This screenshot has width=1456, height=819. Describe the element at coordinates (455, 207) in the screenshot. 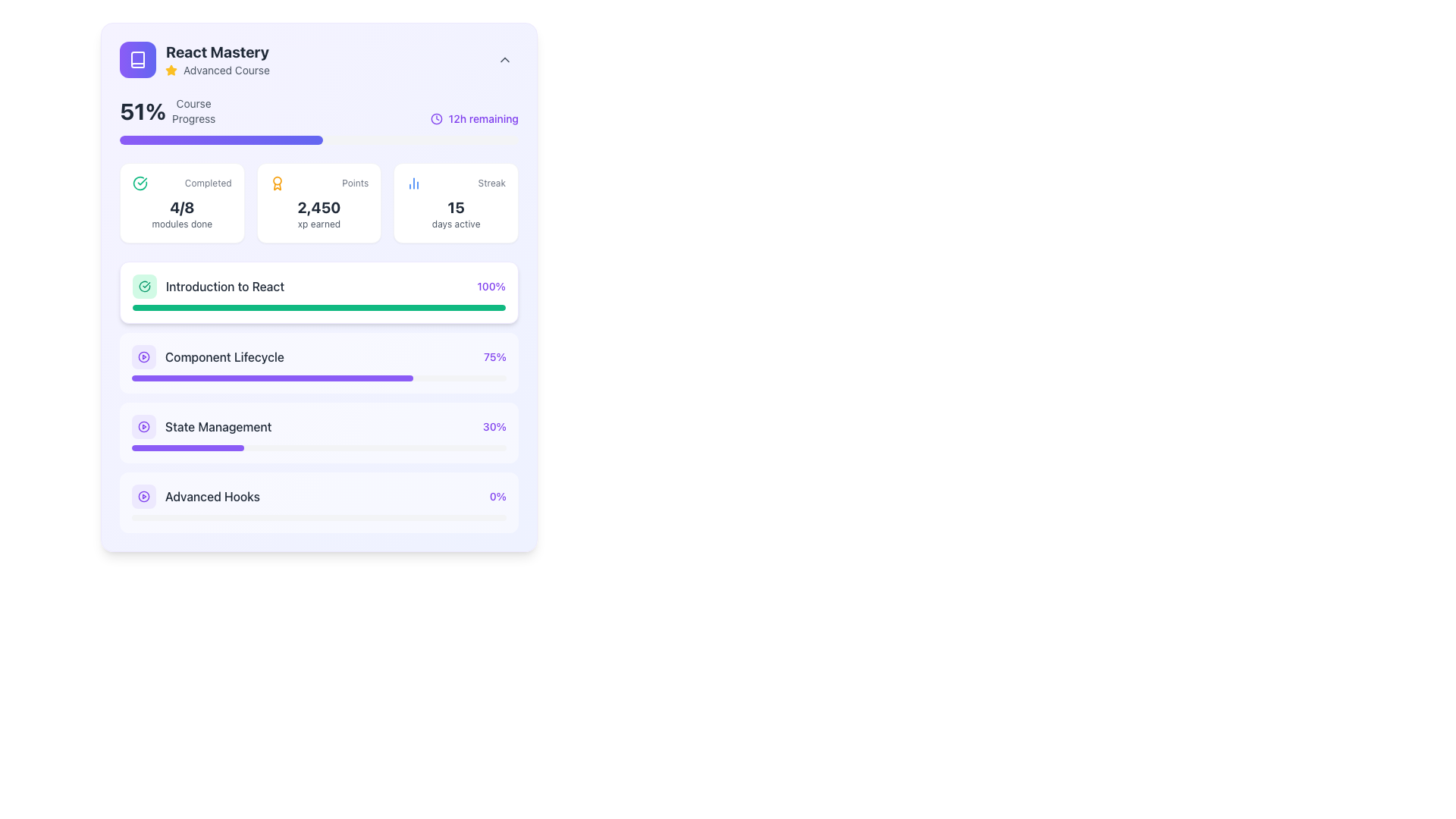

I see `numeric value displayed in the text label that indicates the active streak in days, specifically the '15' above the 'days active' text in the 'Streak' card` at that location.